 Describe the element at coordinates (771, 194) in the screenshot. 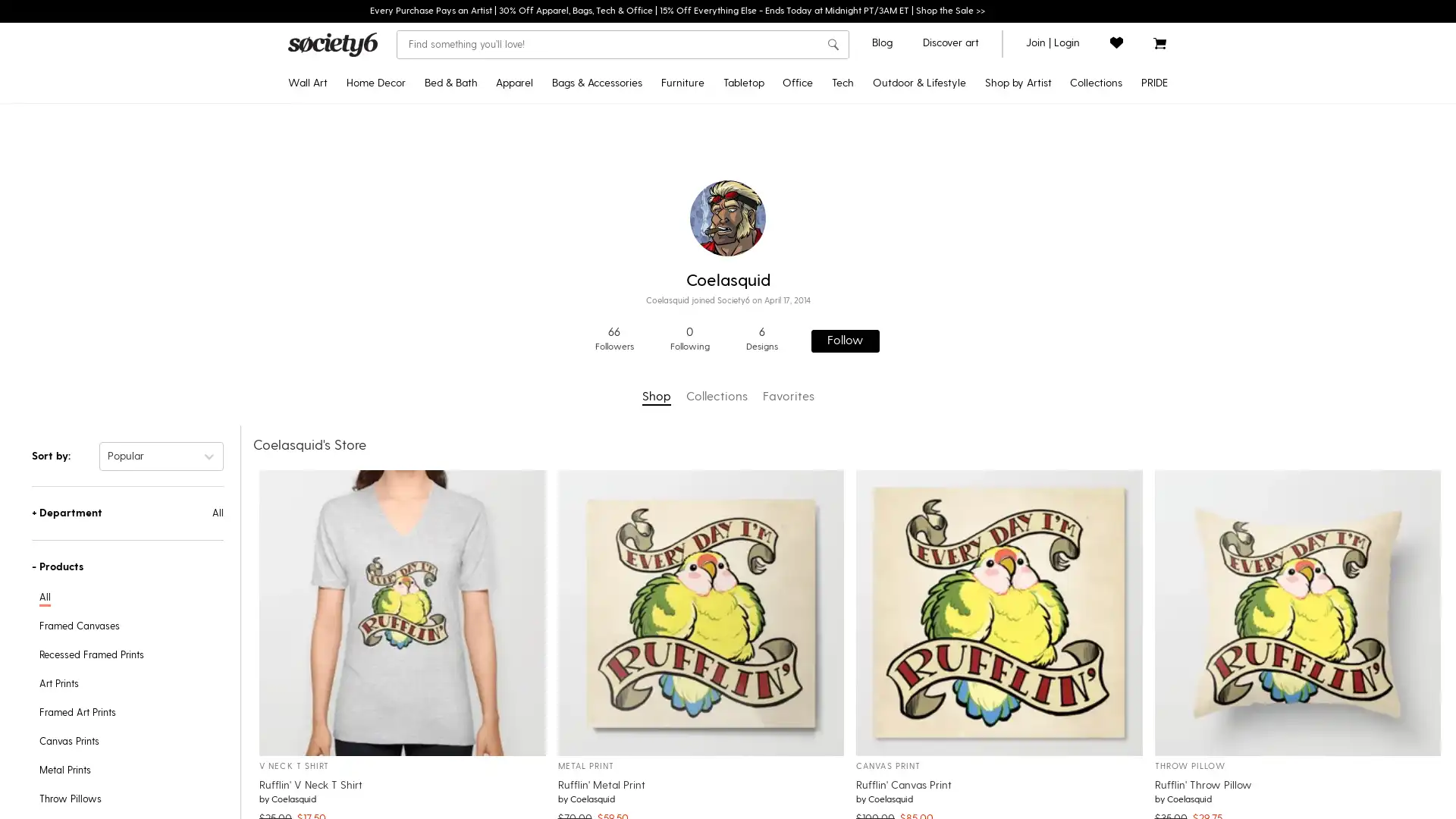

I see `Table Runners` at that location.